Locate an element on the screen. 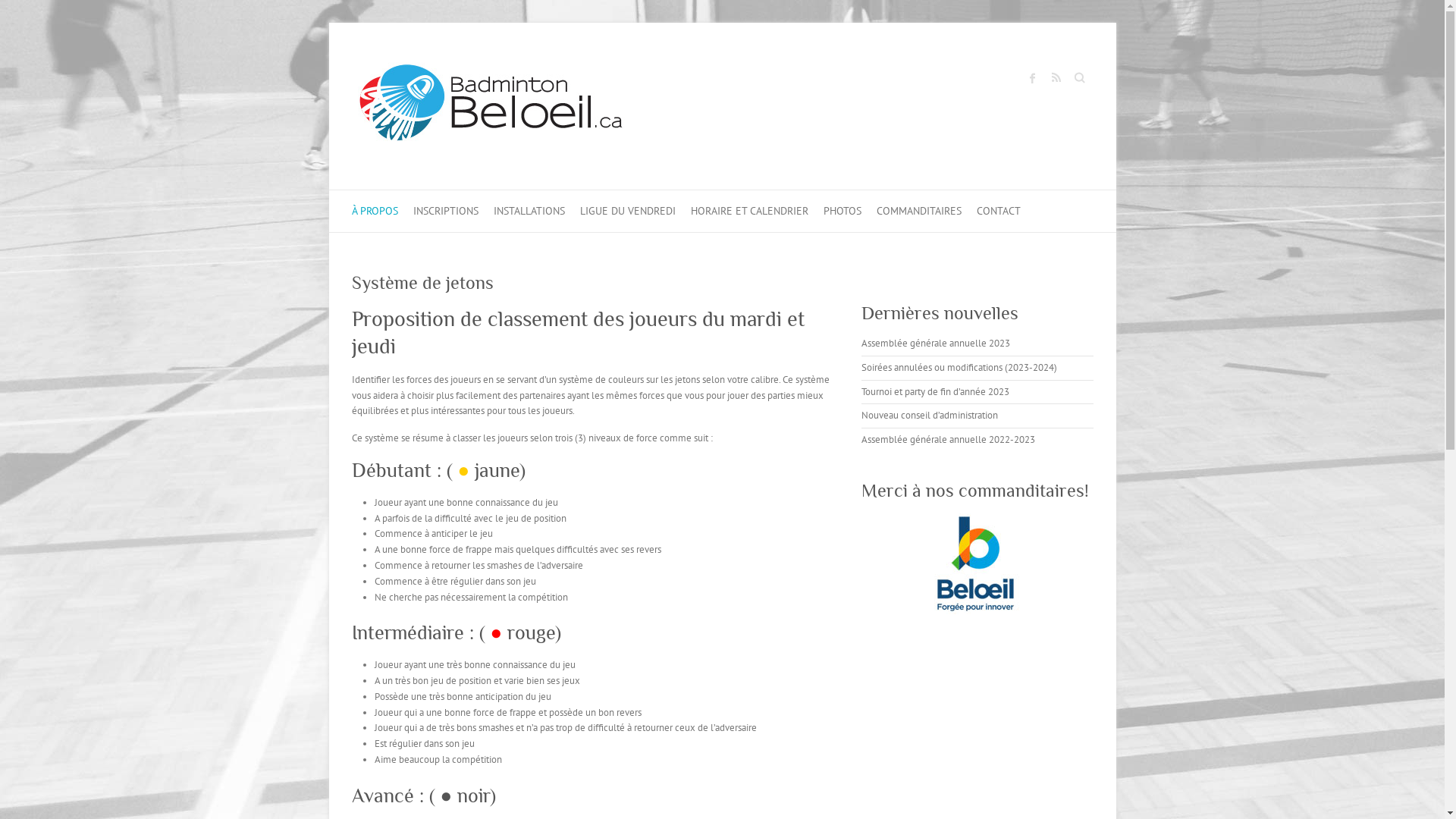  'PHOTOS' is located at coordinates (841, 211).